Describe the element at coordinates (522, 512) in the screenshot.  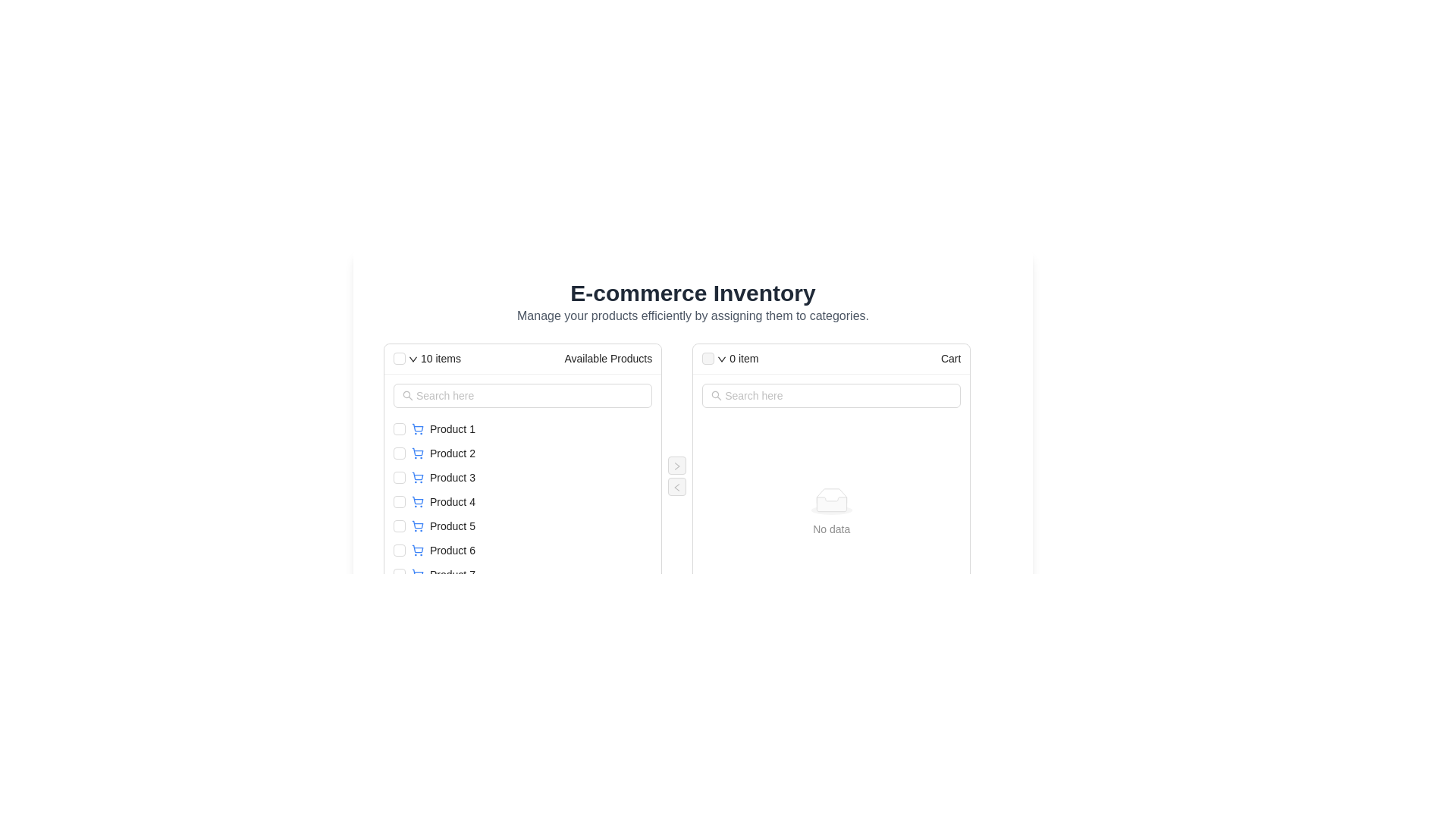
I see `the checkbox of a product item in the list section of 'Available Products'` at that location.